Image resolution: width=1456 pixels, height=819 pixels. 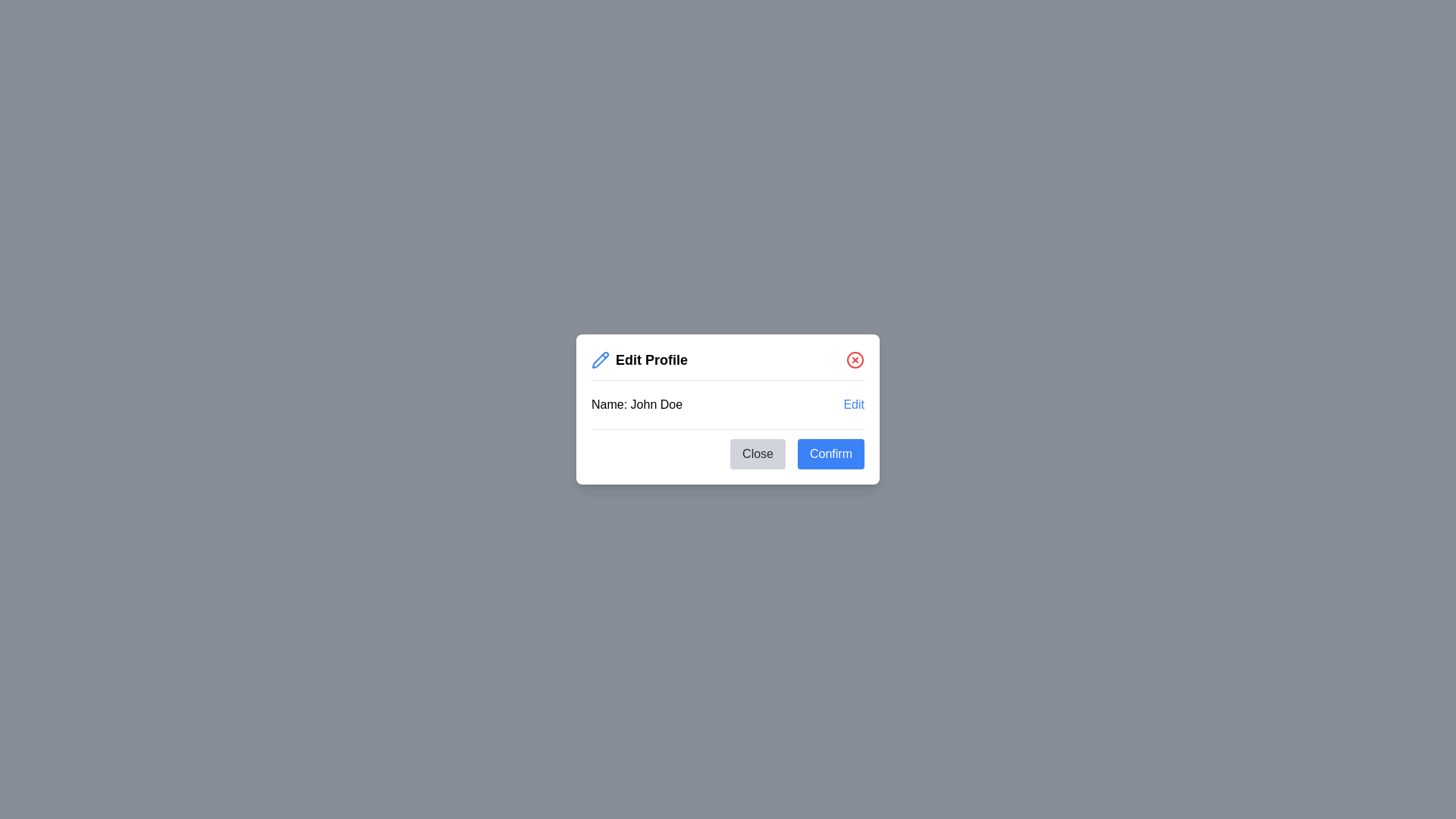 What do you see at coordinates (651, 359) in the screenshot?
I see `the text label that serves as the title for the modal indicating its purpose related to editing a profile, located at the top-left of the modal window` at bounding box center [651, 359].